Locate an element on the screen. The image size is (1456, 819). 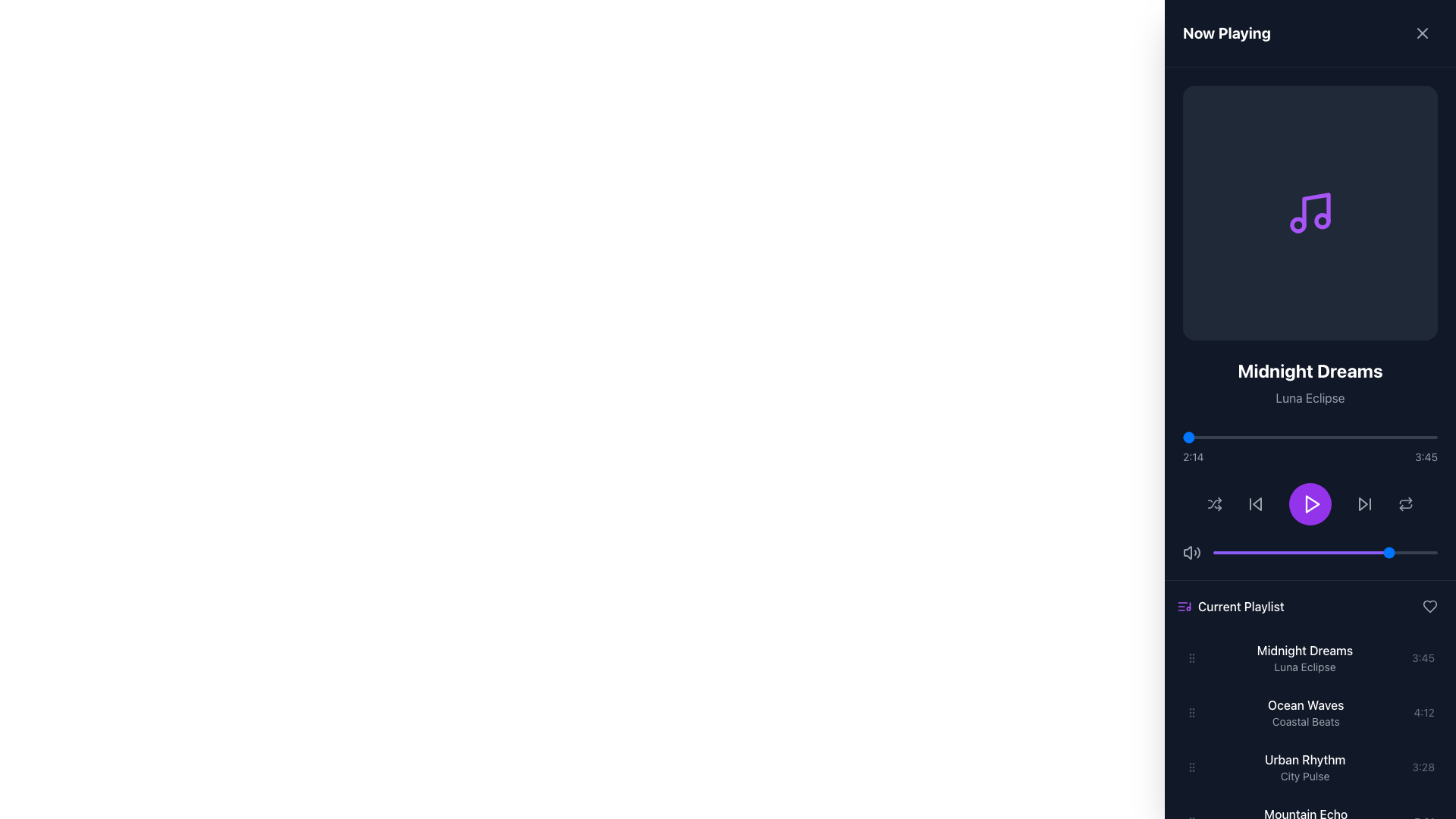
the next button, represented by a right-pointing arrow within a triangular play-next icon, located at the bottom center of the audio control interface is located at coordinates (1365, 504).